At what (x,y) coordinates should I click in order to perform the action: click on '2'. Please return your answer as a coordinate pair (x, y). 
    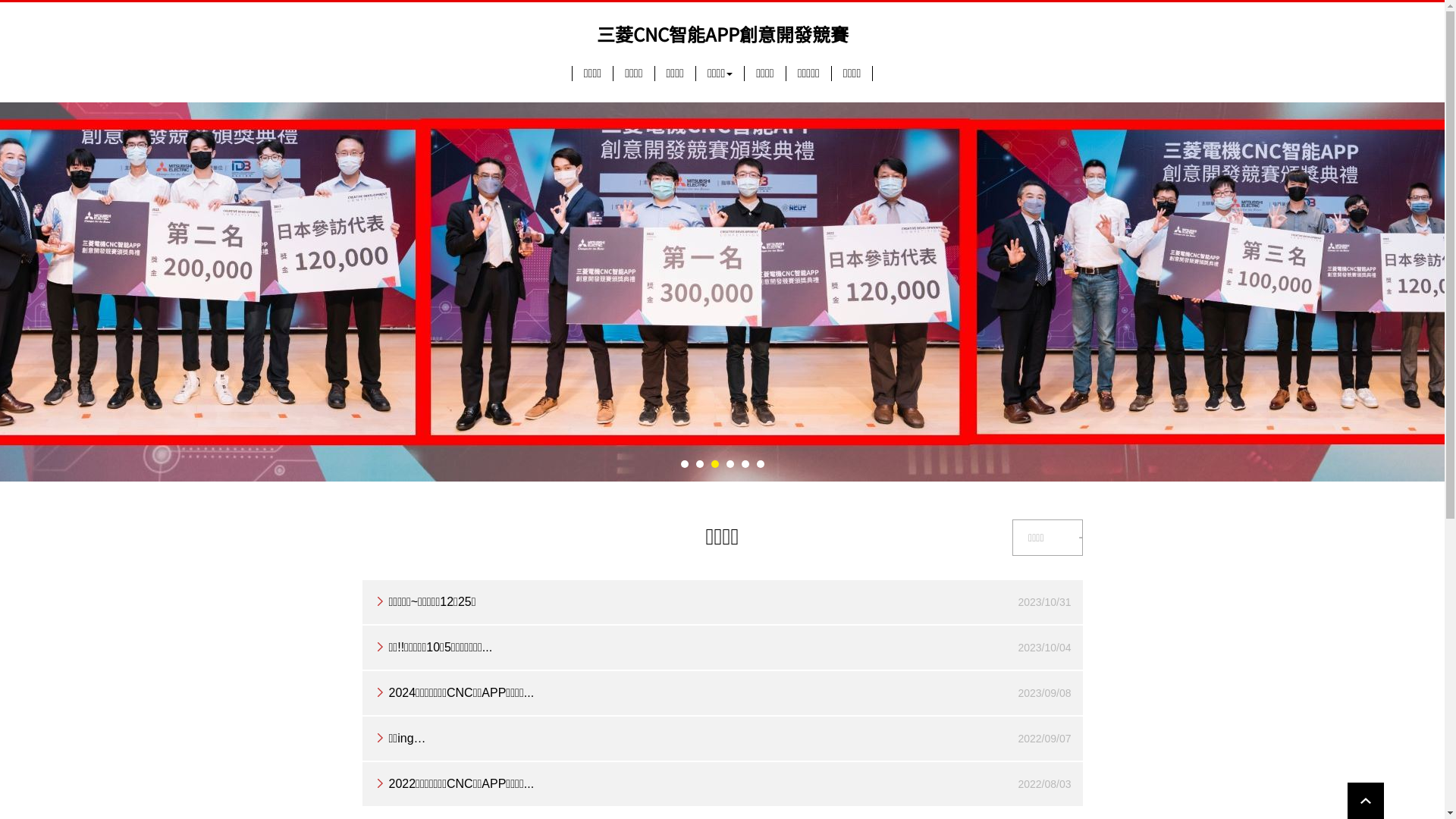
    Looking at the image, I should click on (698, 462).